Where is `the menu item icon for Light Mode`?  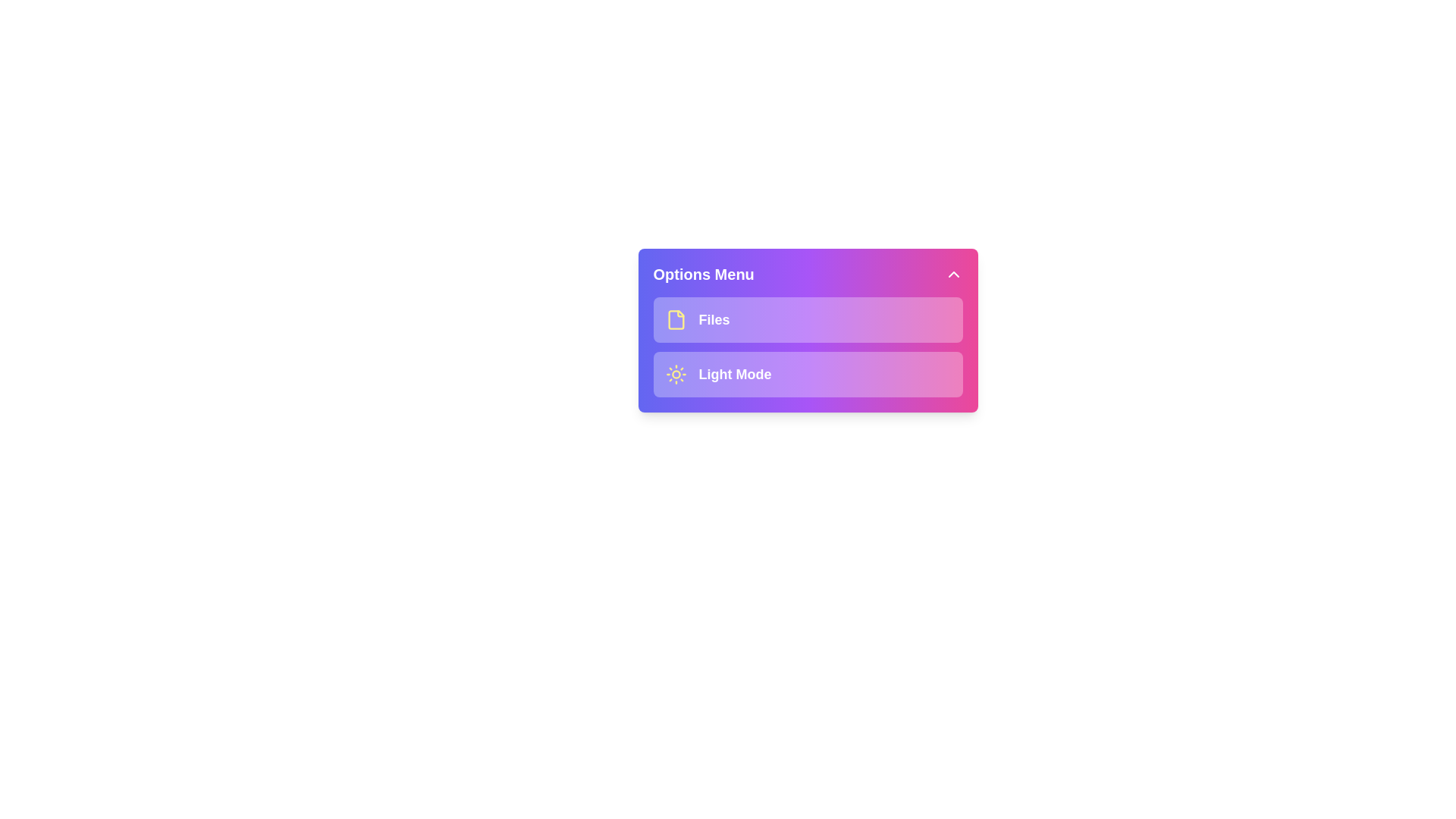 the menu item icon for Light Mode is located at coordinates (675, 374).